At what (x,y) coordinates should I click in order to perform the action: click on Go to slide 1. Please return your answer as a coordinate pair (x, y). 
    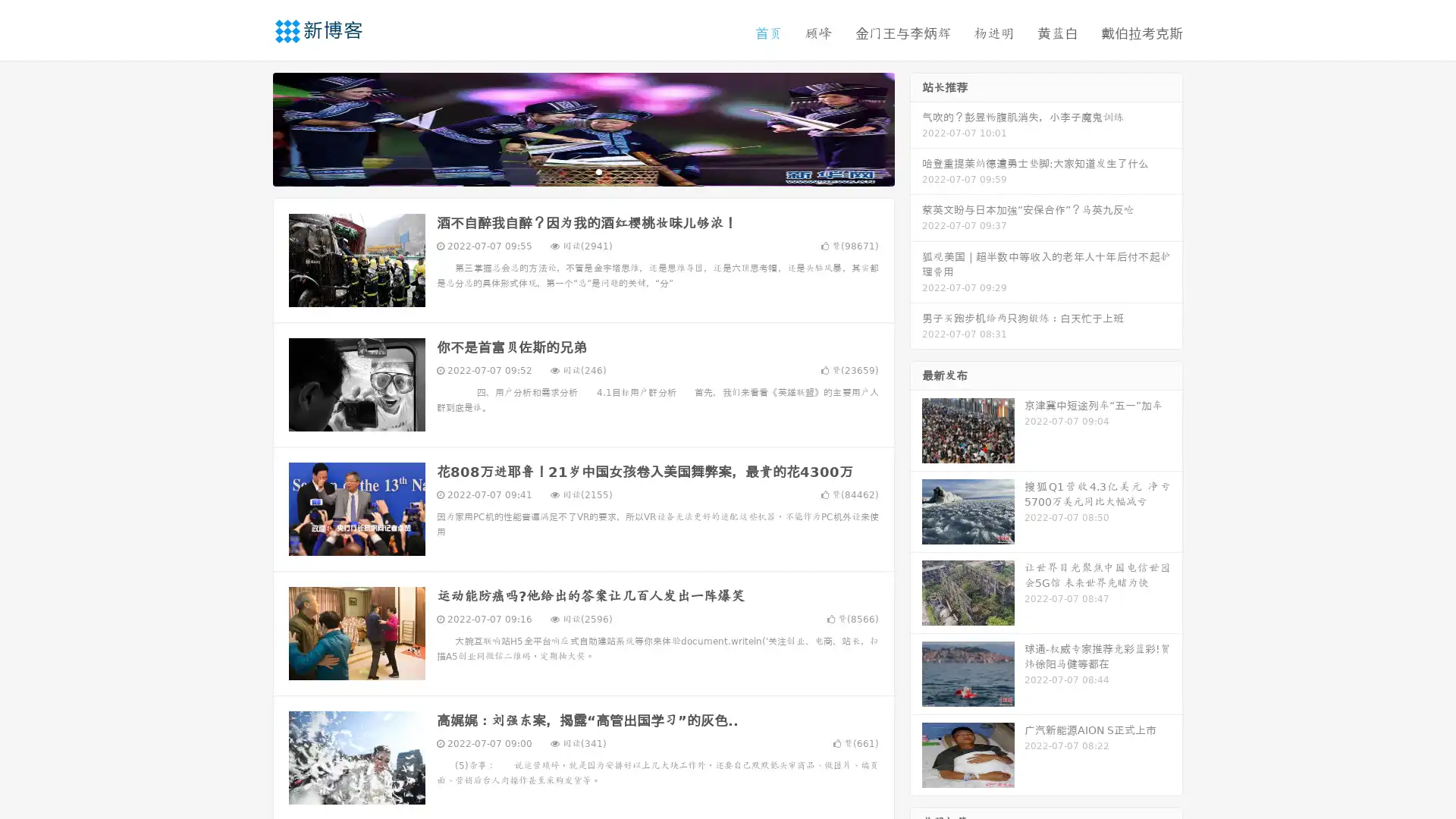
    Looking at the image, I should click on (567, 171).